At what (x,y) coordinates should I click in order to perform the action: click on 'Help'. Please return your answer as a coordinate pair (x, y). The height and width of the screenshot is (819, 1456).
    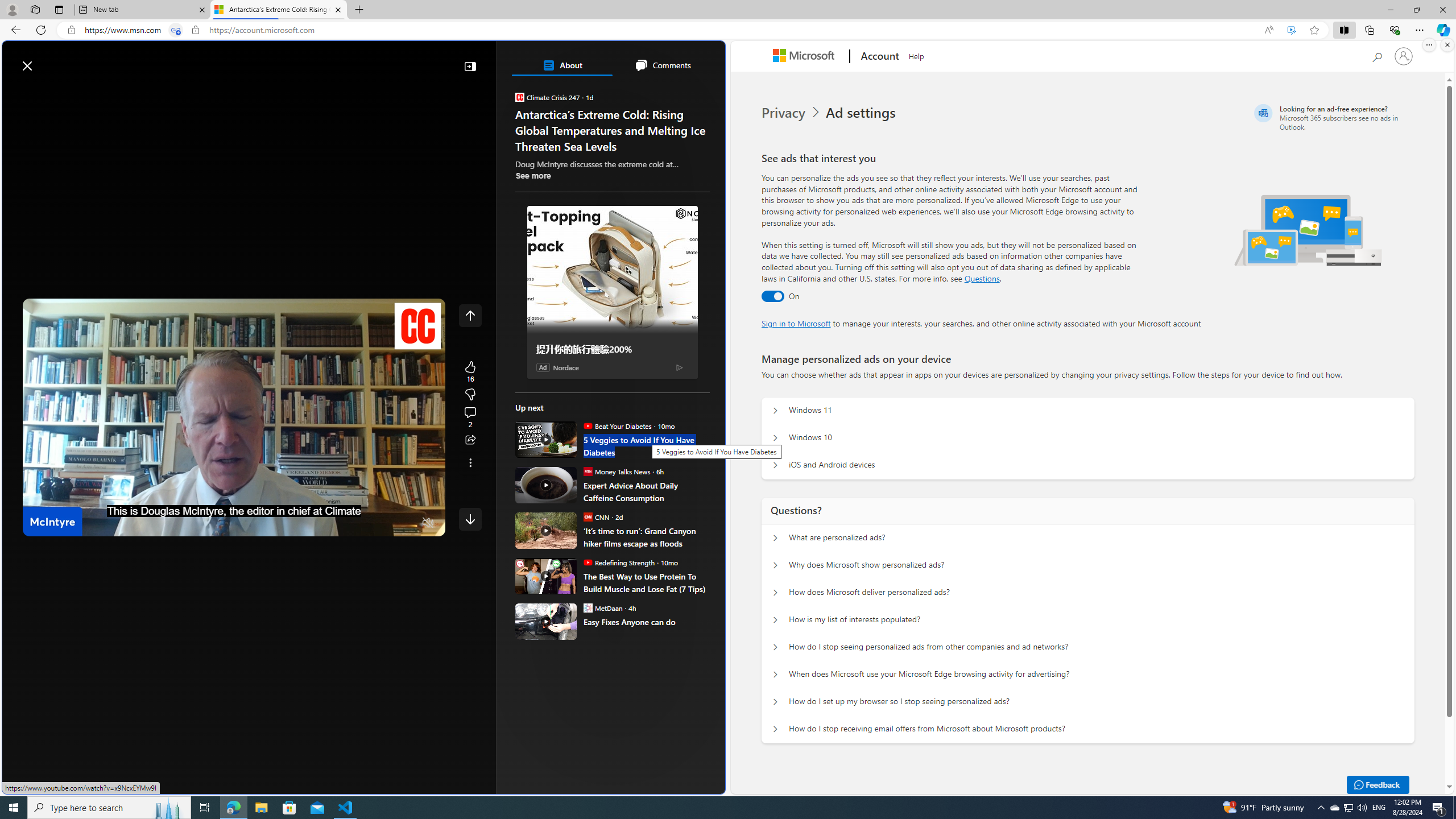
    Looking at the image, I should click on (916, 55).